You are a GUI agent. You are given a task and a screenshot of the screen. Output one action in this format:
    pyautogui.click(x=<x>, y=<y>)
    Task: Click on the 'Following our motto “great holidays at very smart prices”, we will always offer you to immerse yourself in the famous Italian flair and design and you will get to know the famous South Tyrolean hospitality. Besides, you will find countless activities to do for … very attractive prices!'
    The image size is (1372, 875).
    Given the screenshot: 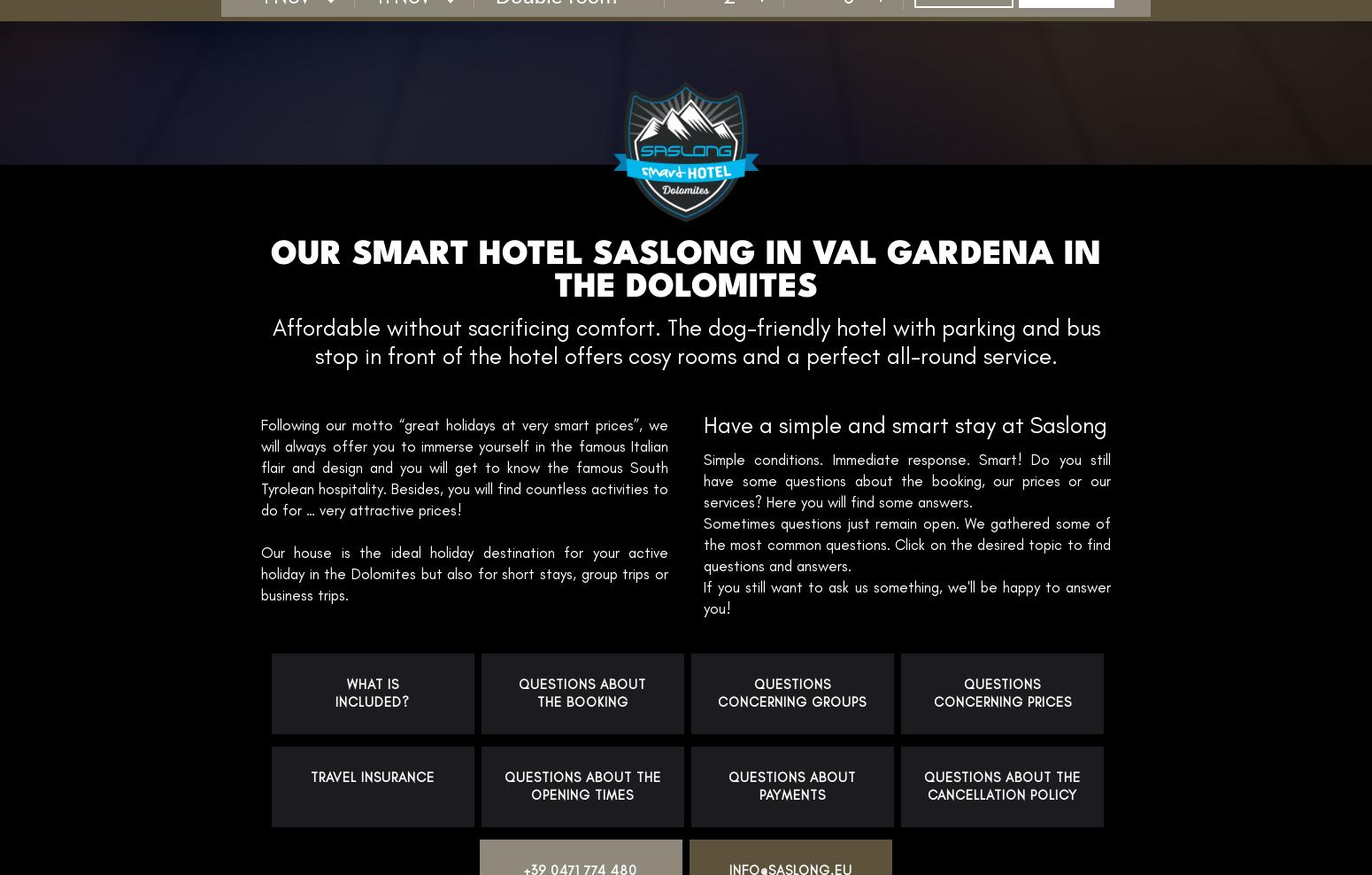 What is the action you would take?
    pyautogui.click(x=463, y=465)
    